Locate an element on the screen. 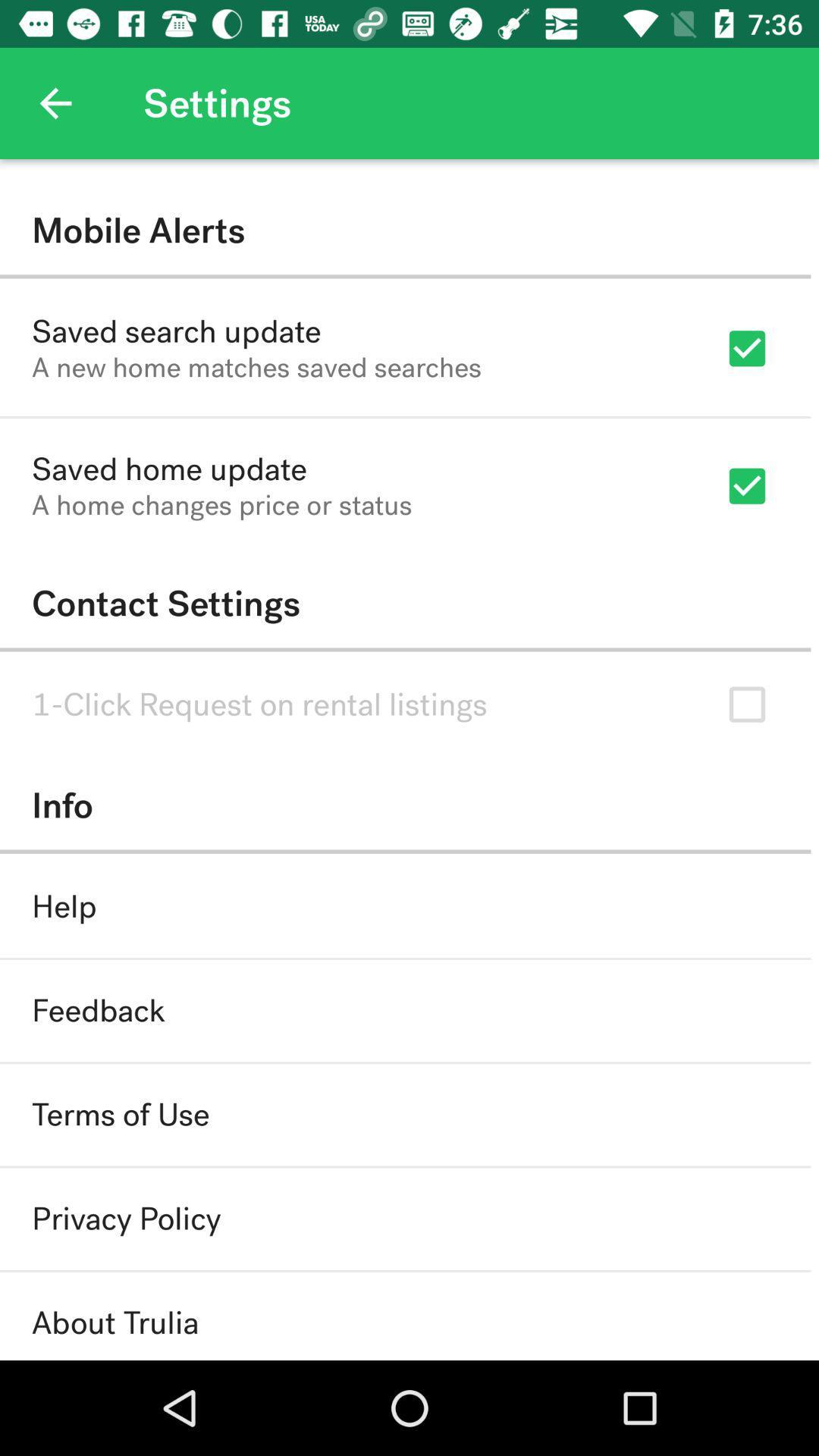  the icon above help is located at coordinates (404, 805).